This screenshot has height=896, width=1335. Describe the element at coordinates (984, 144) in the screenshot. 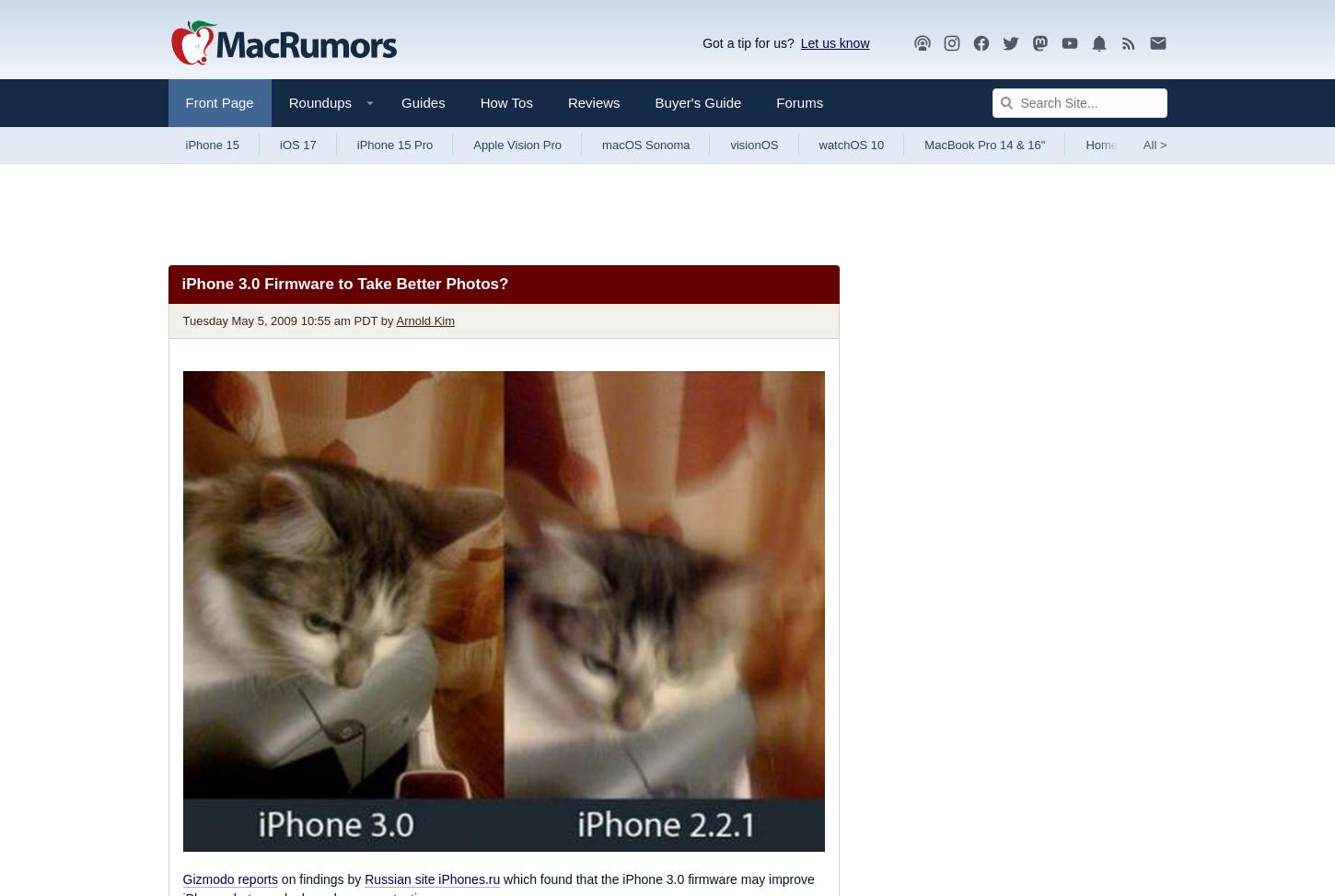

I see `'MacBook Pro 14 & 16"'` at that location.